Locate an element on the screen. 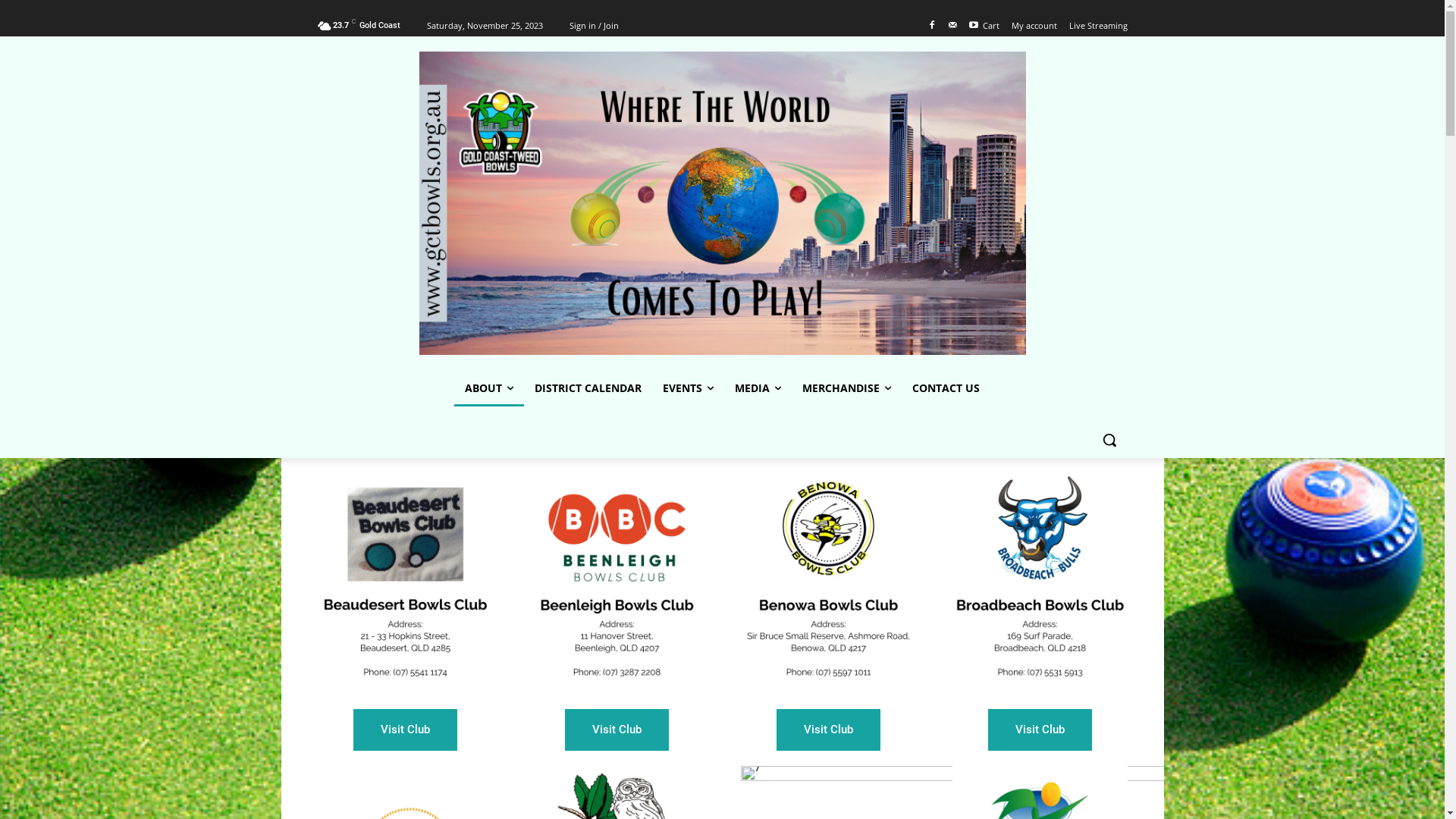  'Visit Club' is located at coordinates (563, 729).